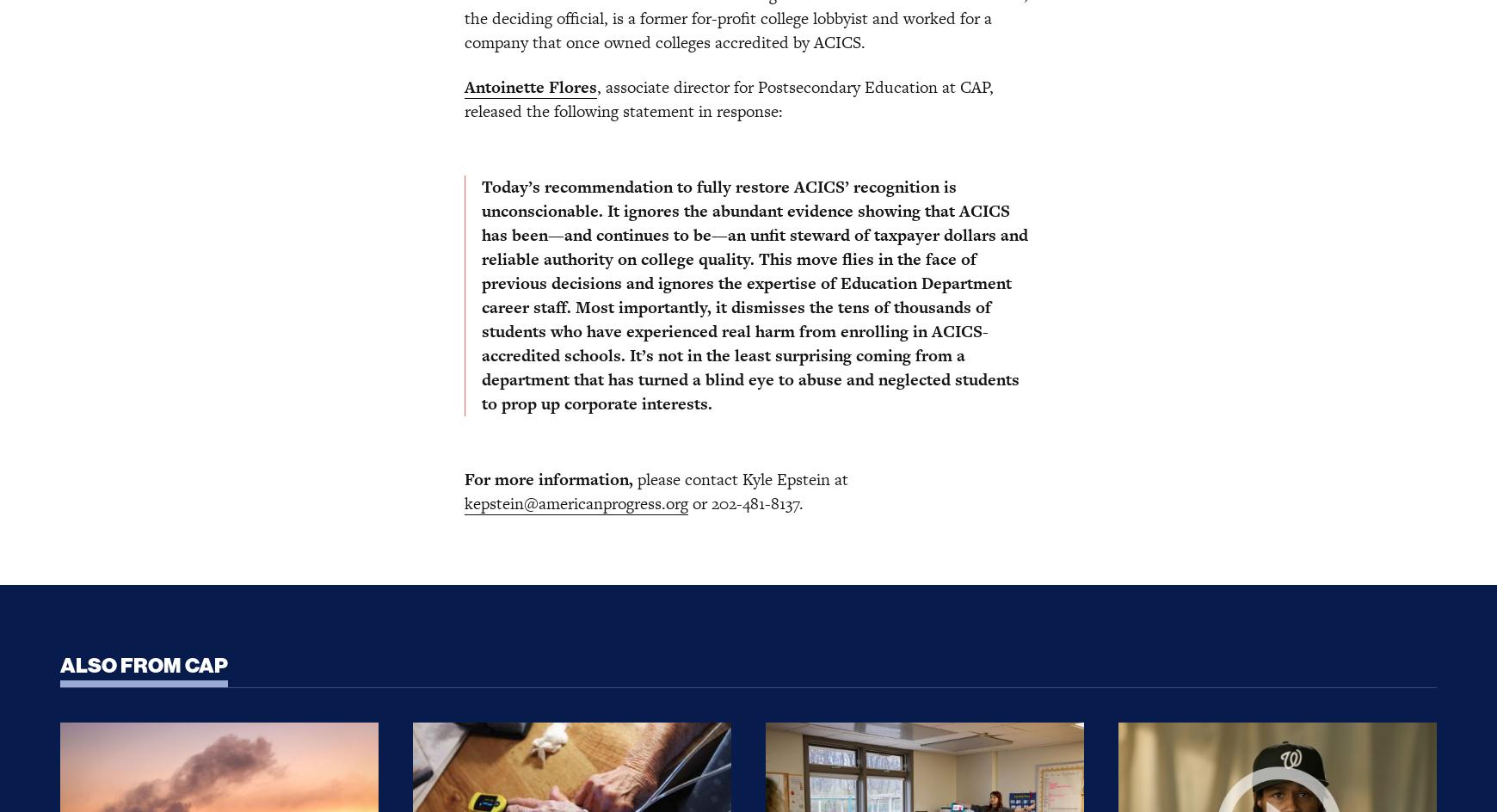 This screenshot has height=812, width=1497. What do you see at coordinates (1212, 348) in the screenshot?
I see `'Chandler Hall'` at bounding box center [1212, 348].